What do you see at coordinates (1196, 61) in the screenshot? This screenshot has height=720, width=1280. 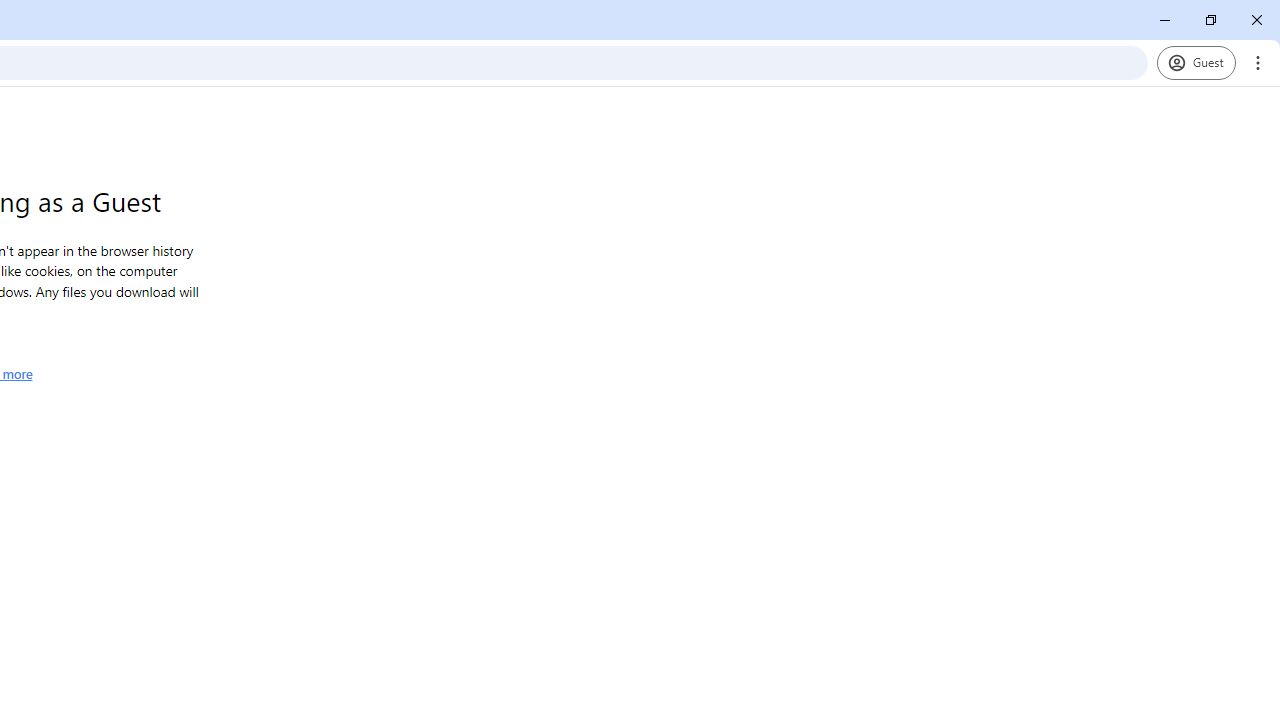 I see `'Guest'` at bounding box center [1196, 61].